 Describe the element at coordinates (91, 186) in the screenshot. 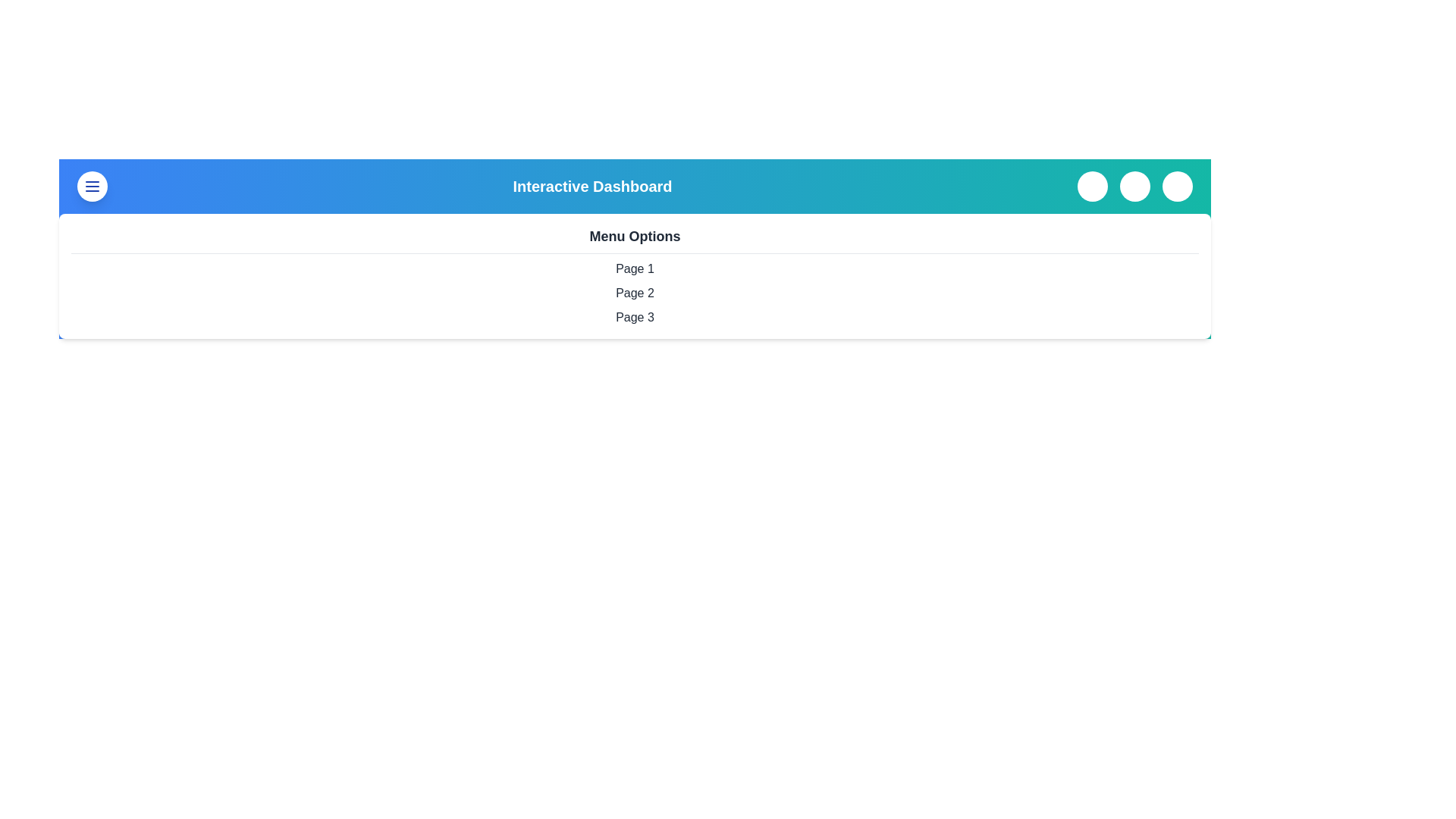

I see `menu button to toggle the menu visibility` at that location.